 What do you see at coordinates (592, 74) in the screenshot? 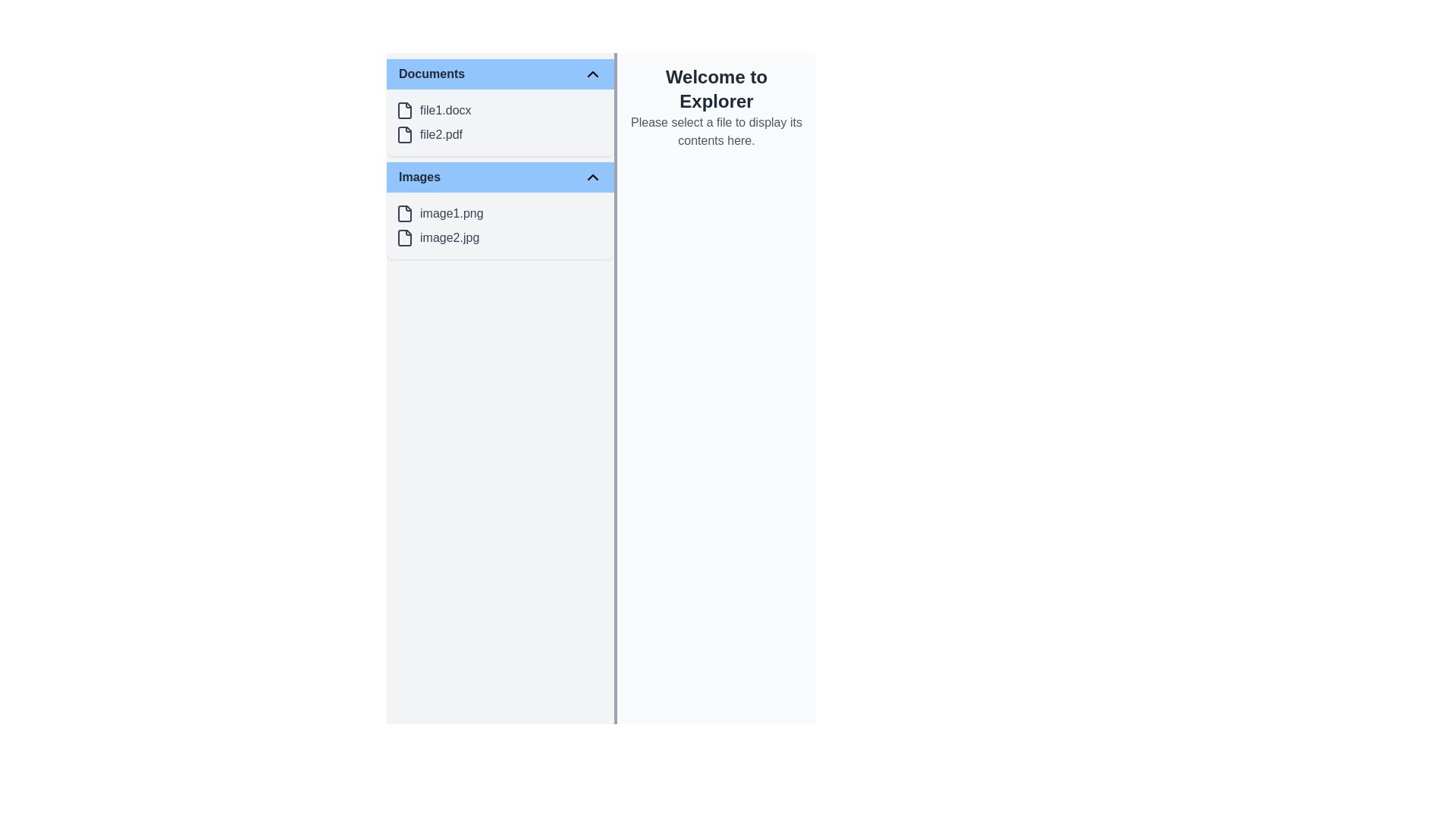
I see `the Chevron toggle icon located at the far right of the 'Documents' header` at bounding box center [592, 74].